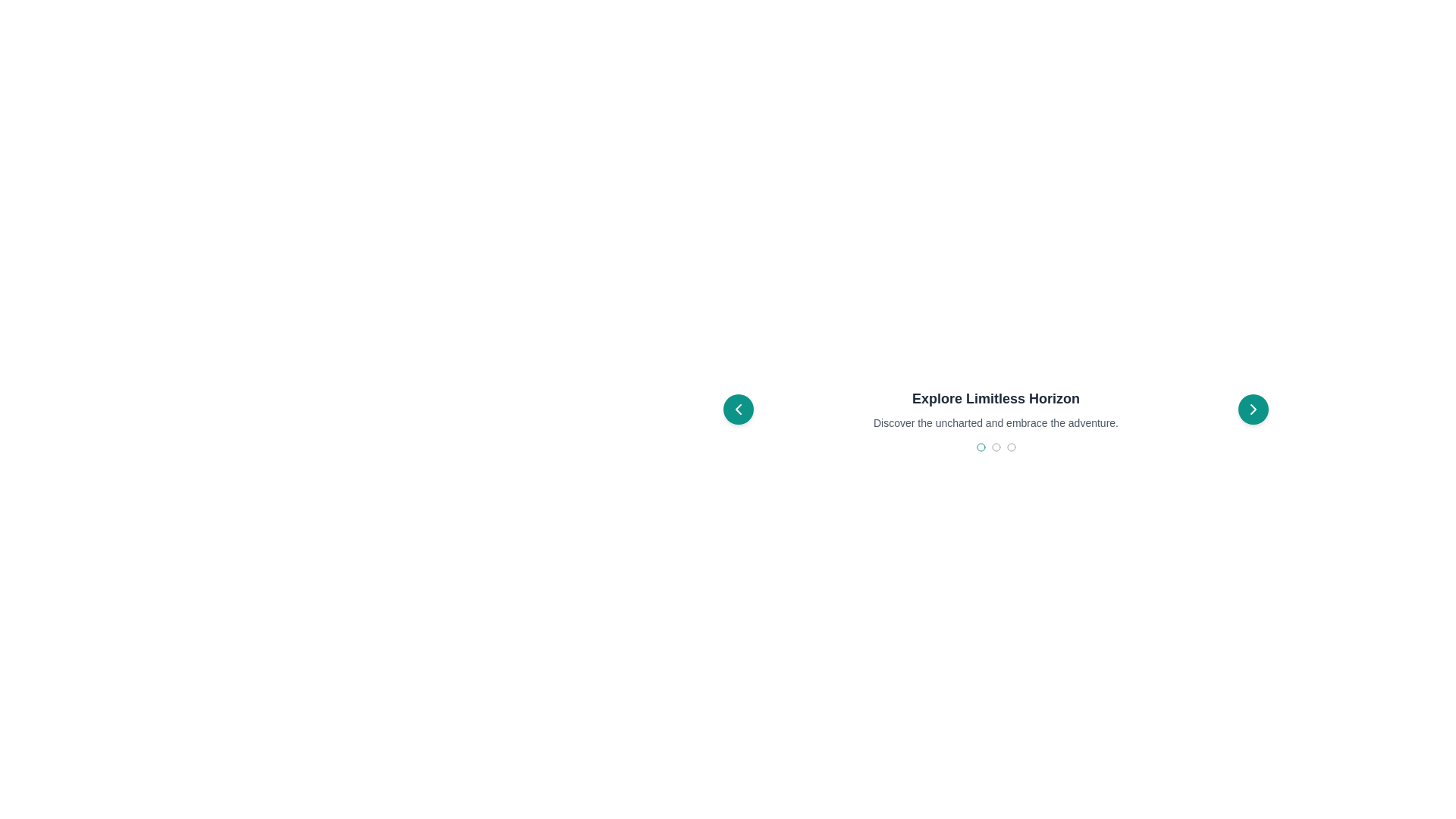 This screenshot has width=1456, height=819. What do you see at coordinates (981, 447) in the screenshot?
I see `the third dot in the horizontal arrangement of three circular indicators on the right side` at bounding box center [981, 447].